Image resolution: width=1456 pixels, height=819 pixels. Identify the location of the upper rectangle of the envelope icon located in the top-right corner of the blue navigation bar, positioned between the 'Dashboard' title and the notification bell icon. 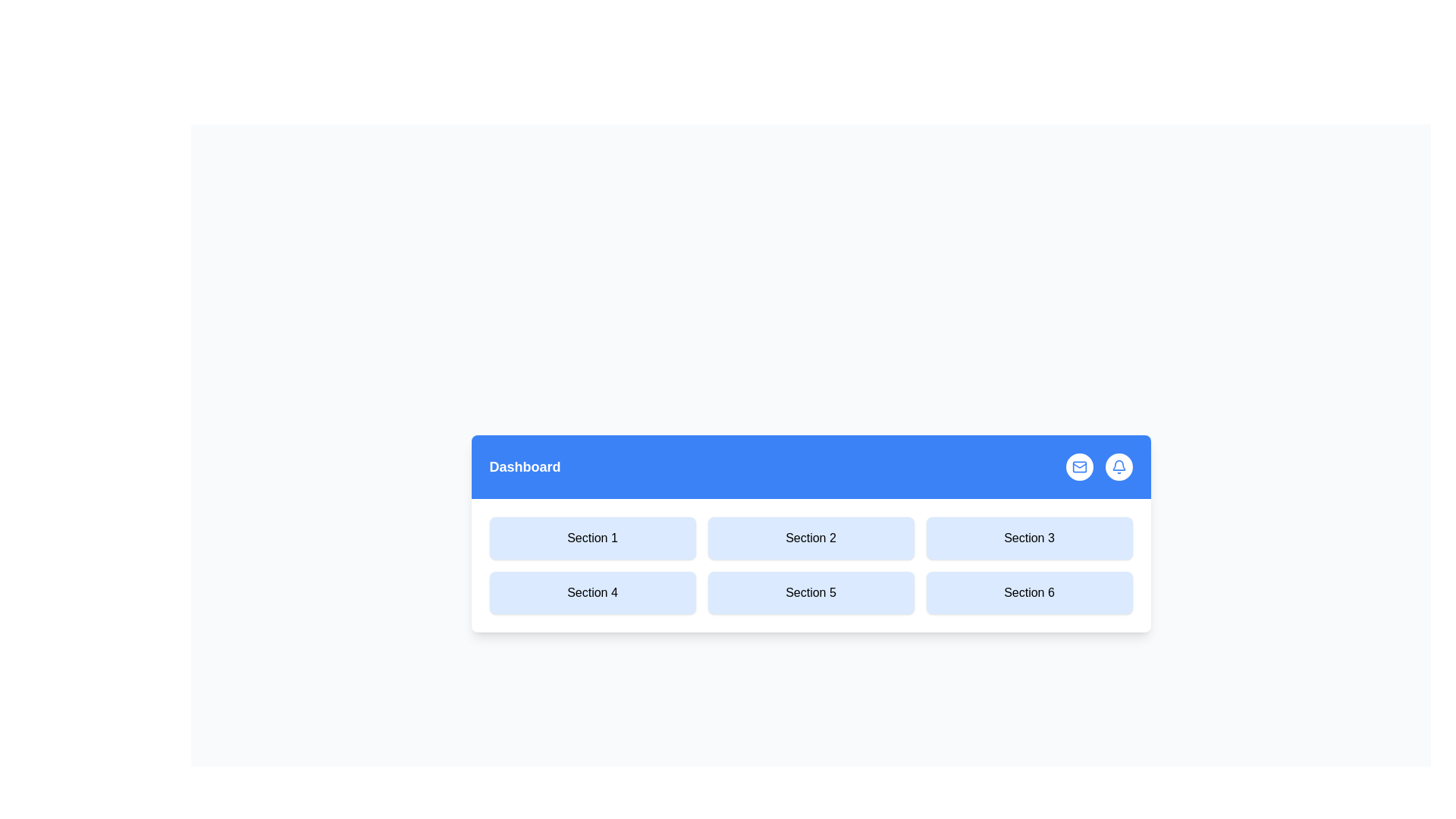
(1078, 466).